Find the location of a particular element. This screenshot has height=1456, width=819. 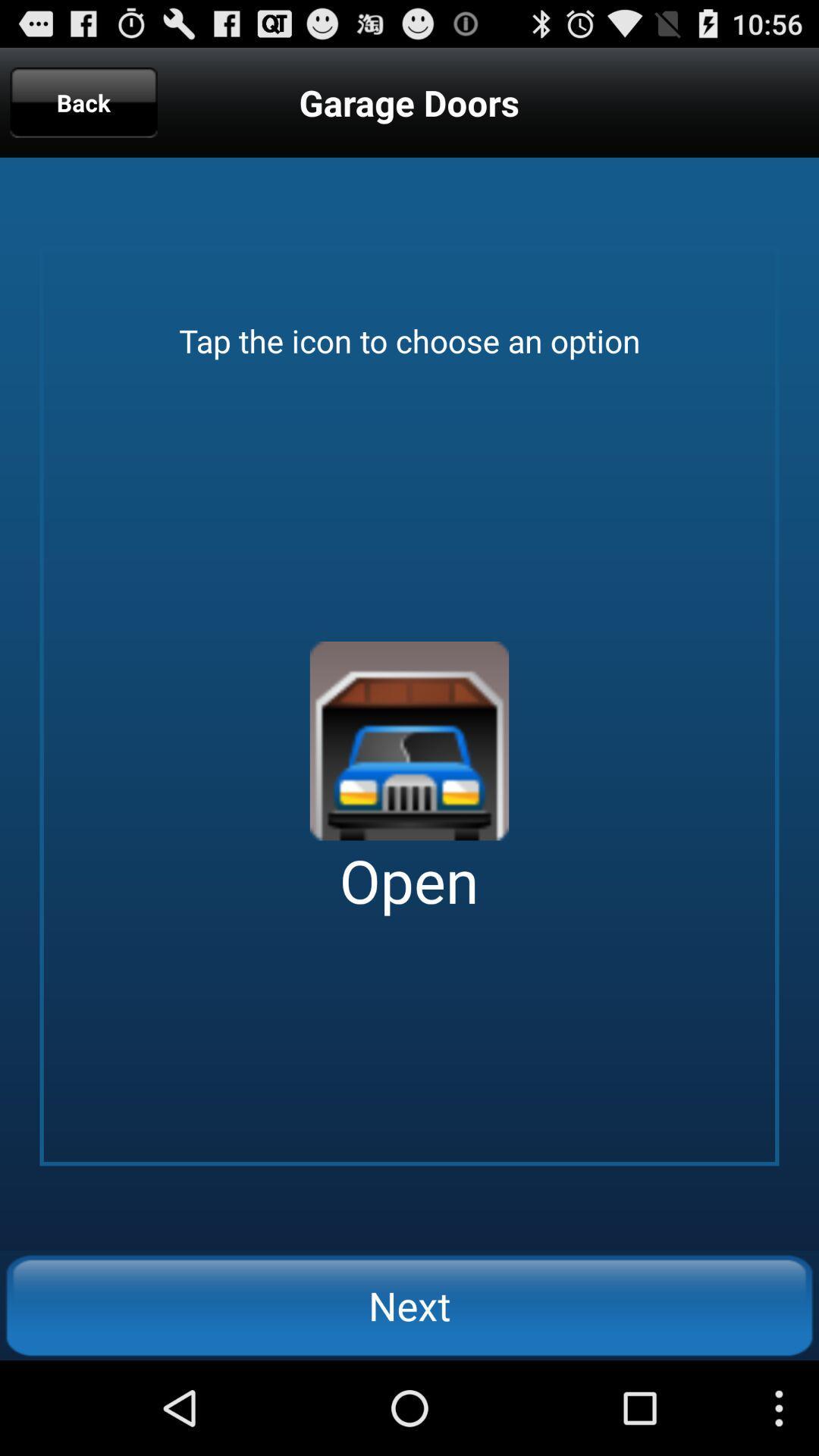

the item above the open item is located at coordinates (409, 741).